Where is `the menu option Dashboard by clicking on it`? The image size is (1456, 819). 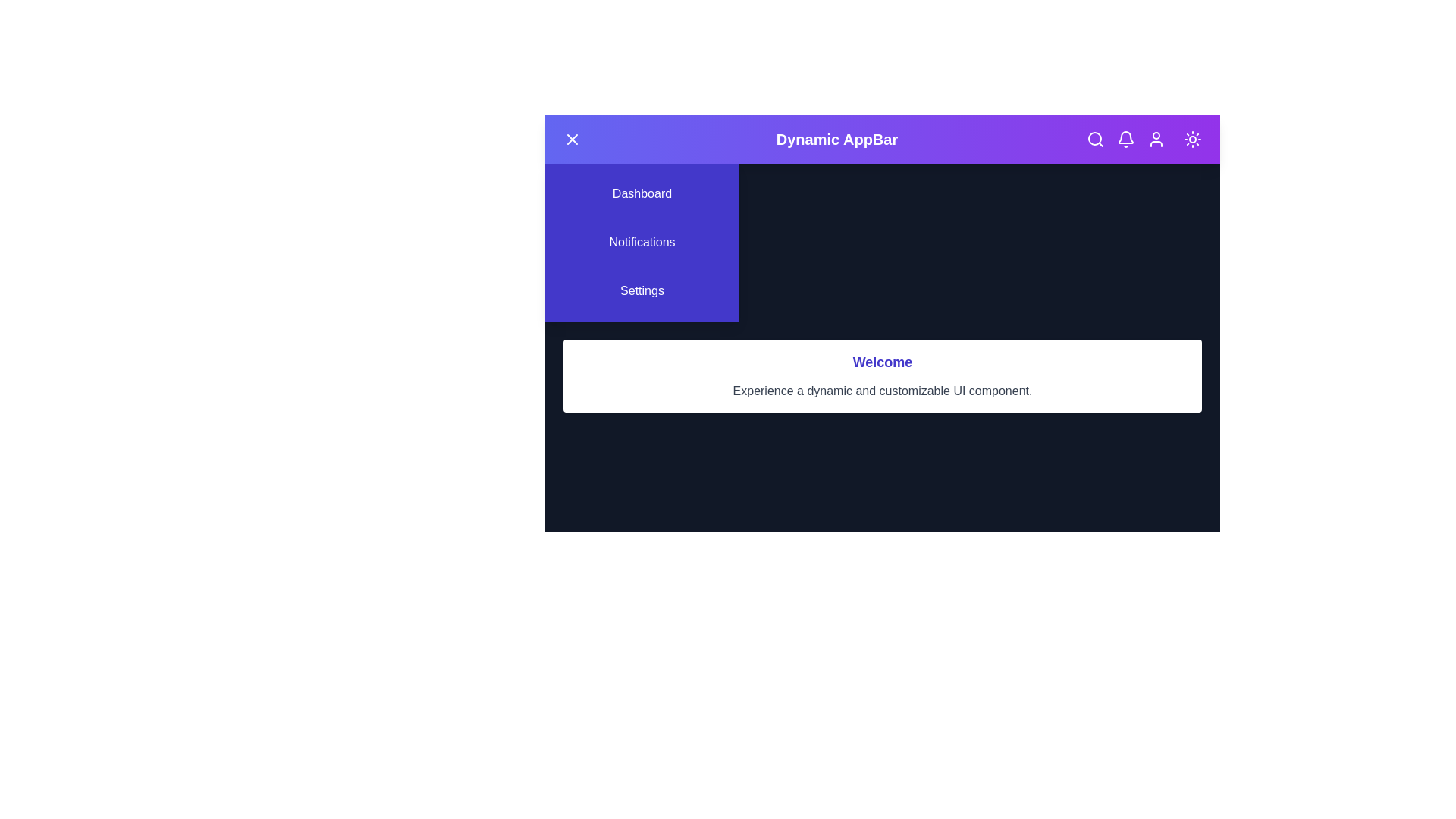 the menu option Dashboard by clicking on it is located at coordinates (642, 193).